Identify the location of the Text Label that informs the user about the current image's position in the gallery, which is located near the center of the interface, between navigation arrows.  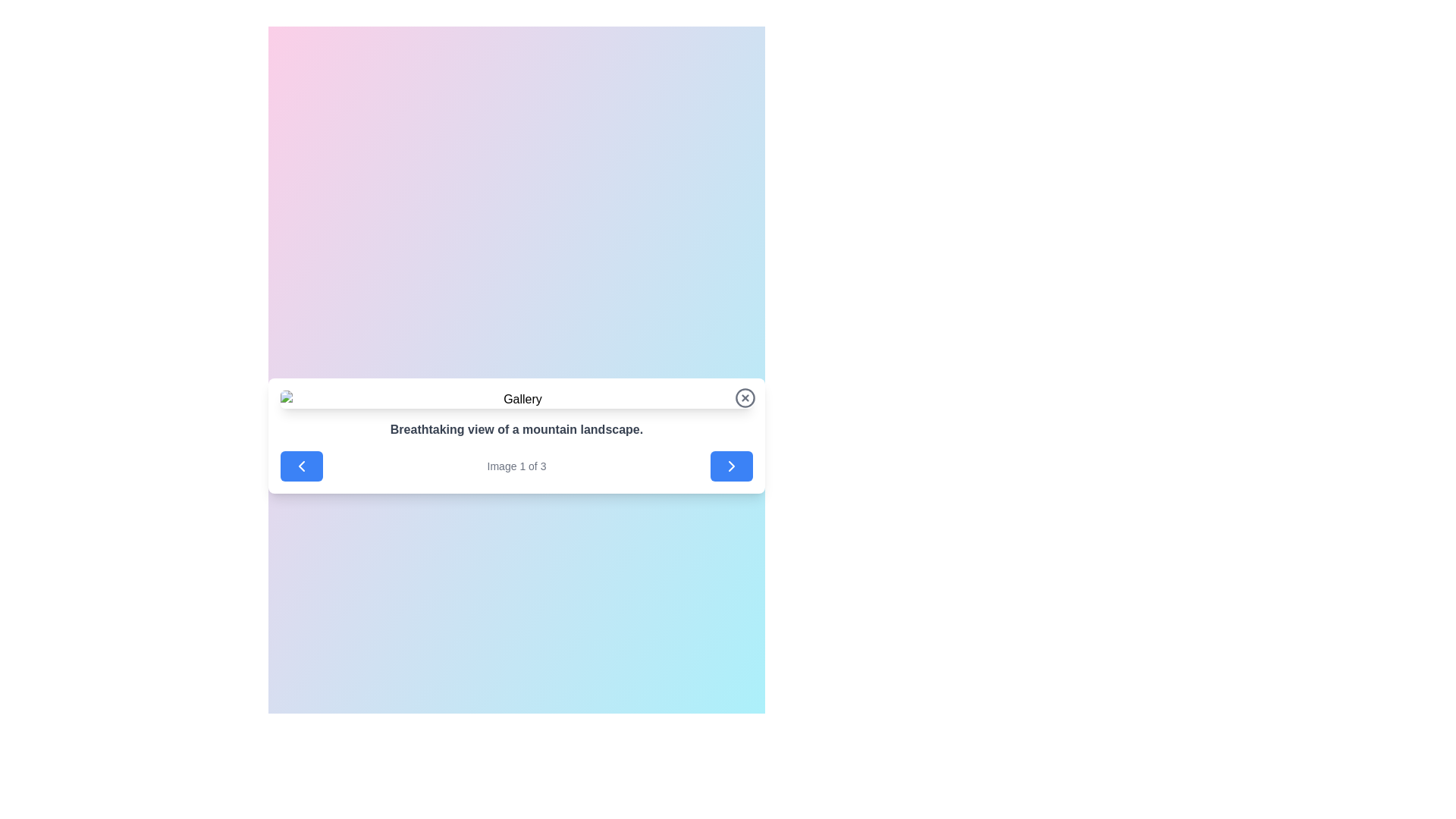
(516, 465).